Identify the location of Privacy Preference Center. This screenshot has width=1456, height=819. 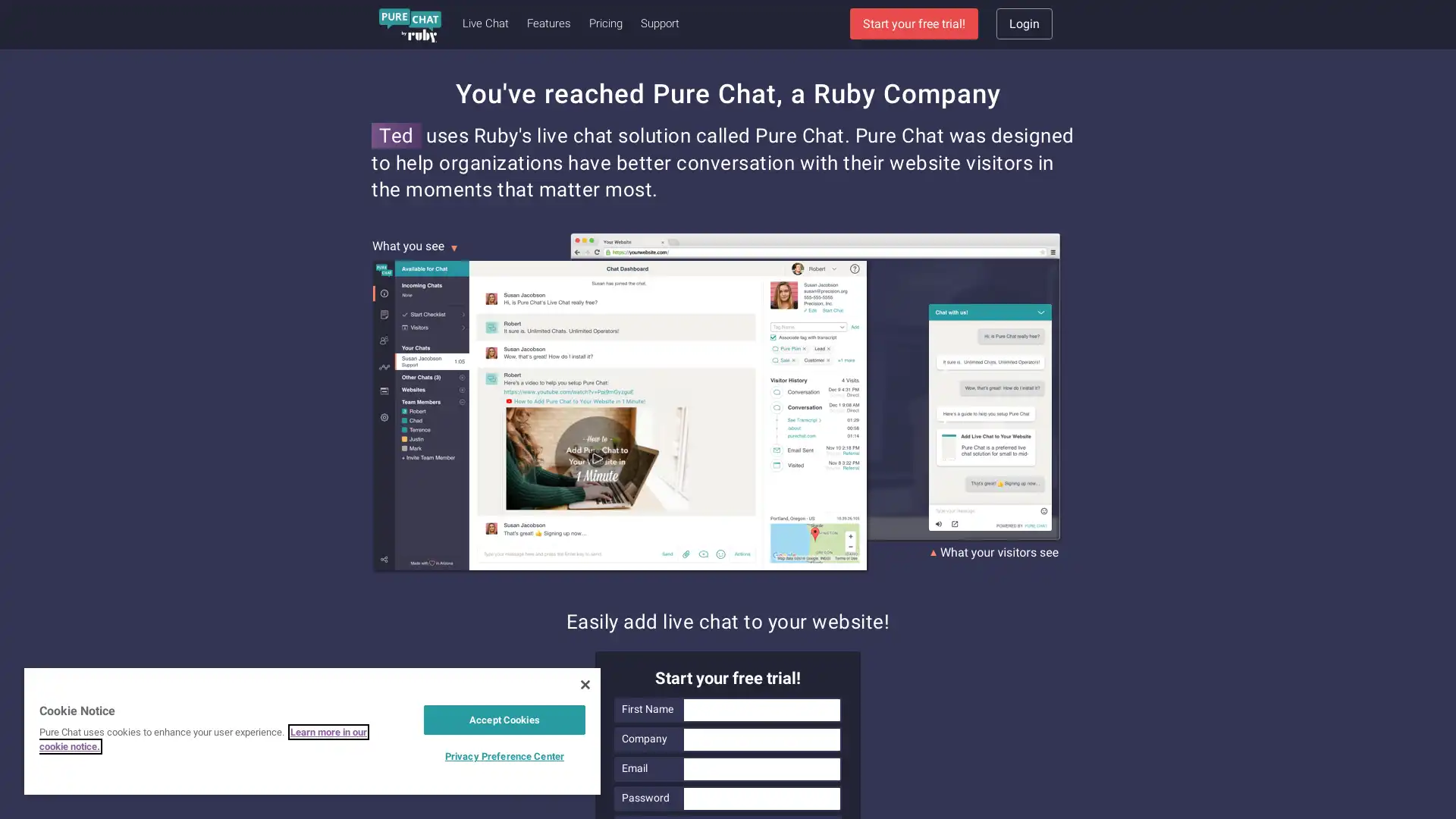
(504, 755).